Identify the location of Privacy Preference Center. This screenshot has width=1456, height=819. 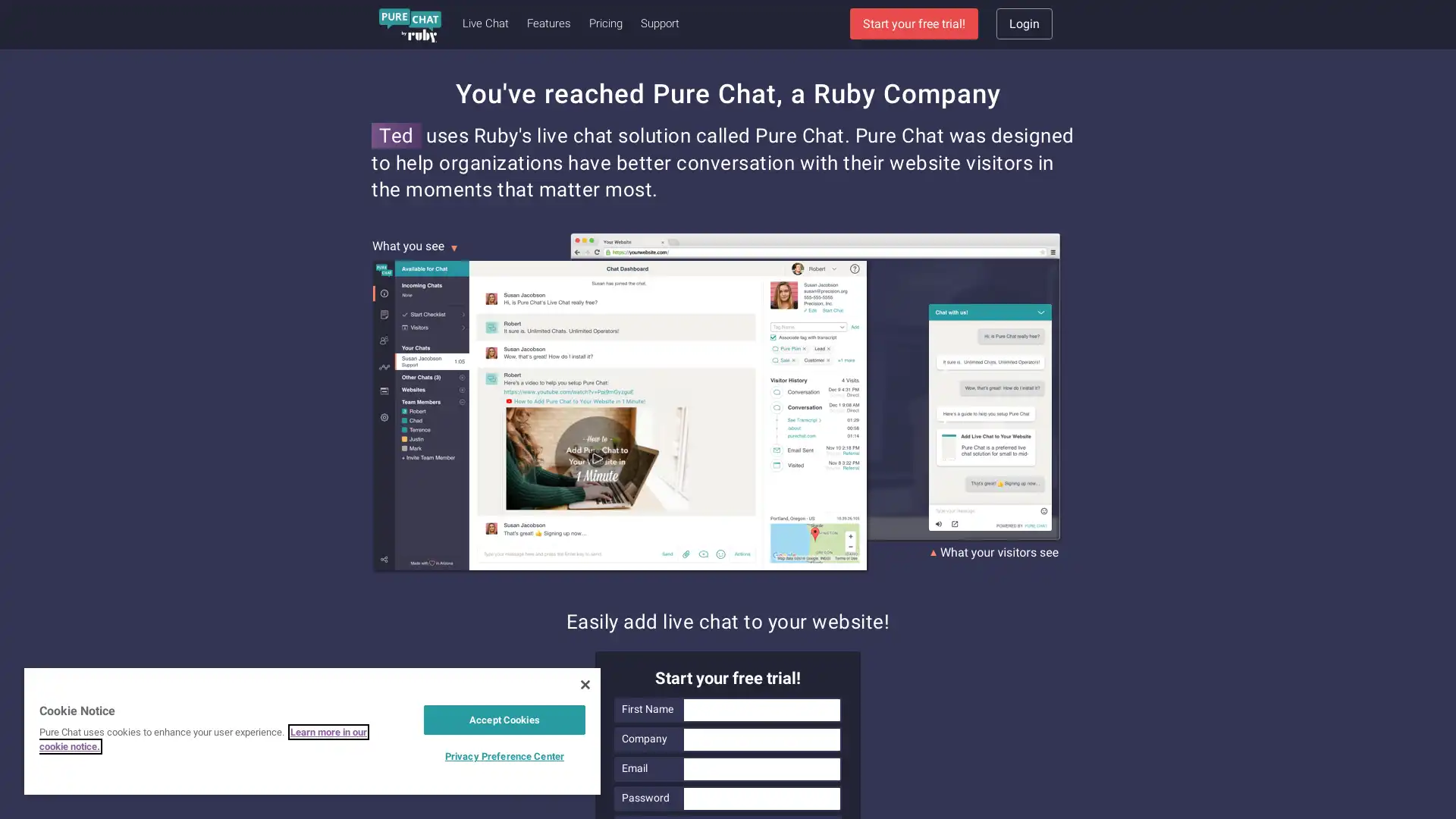
(504, 755).